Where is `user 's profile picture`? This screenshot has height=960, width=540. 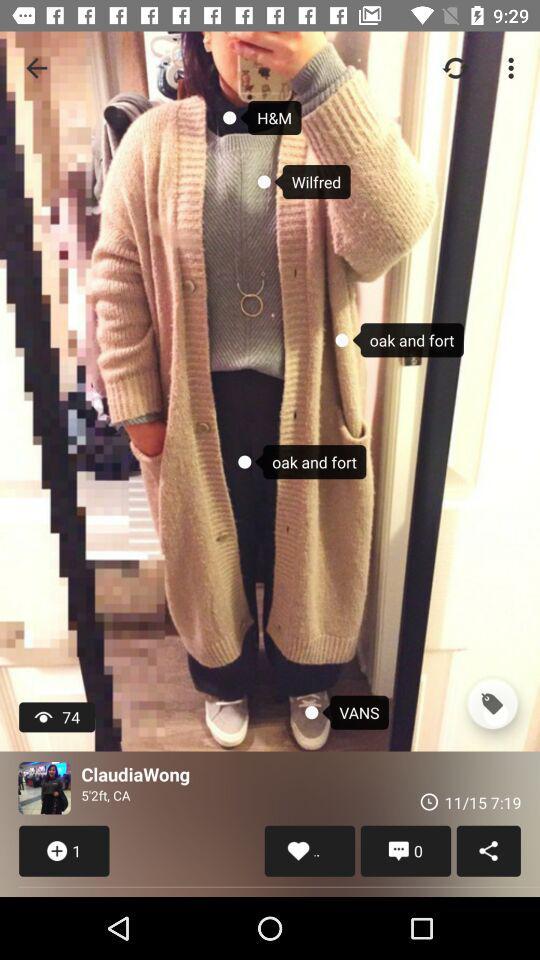
user 's profile picture is located at coordinates (44, 788).